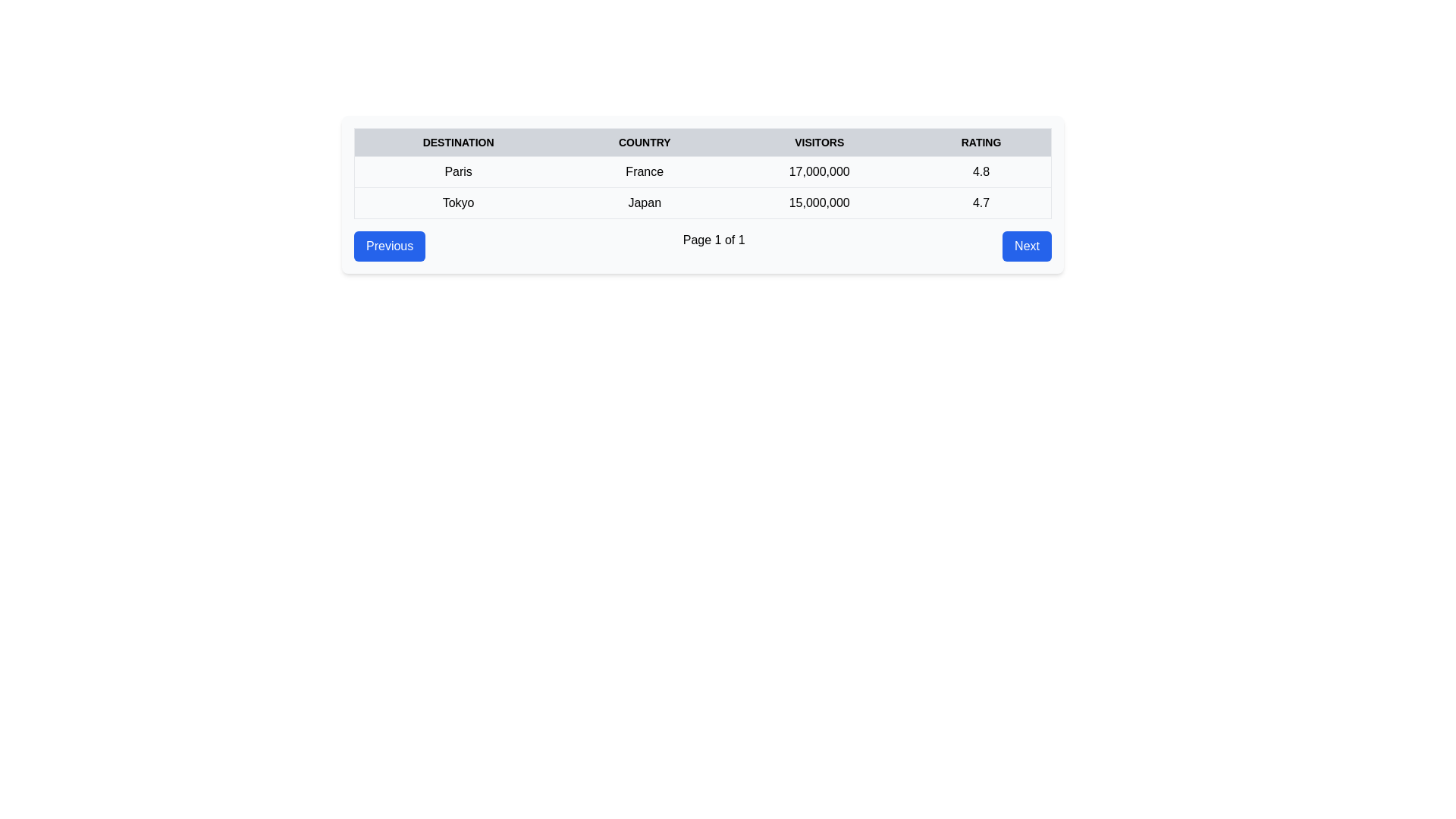 This screenshot has height=819, width=1456. Describe the element at coordinates (818, 202) in the screenshot. I see `the static text display showing '15,000,000' under the 'VISITORS' header in the tabular layout` at that location.